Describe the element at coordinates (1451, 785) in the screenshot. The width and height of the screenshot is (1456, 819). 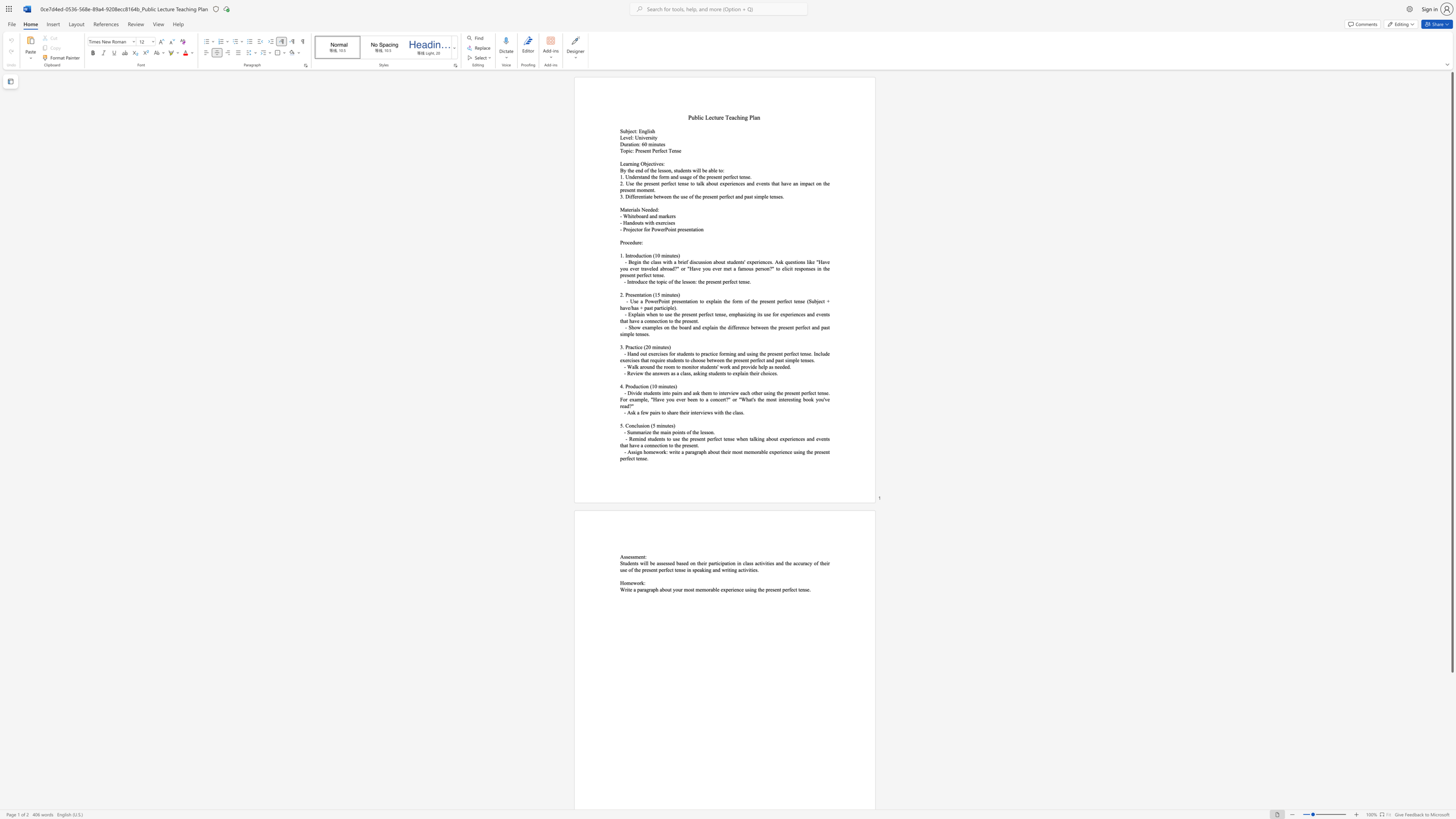
I see `the scrollbar to move the page down` at that location.